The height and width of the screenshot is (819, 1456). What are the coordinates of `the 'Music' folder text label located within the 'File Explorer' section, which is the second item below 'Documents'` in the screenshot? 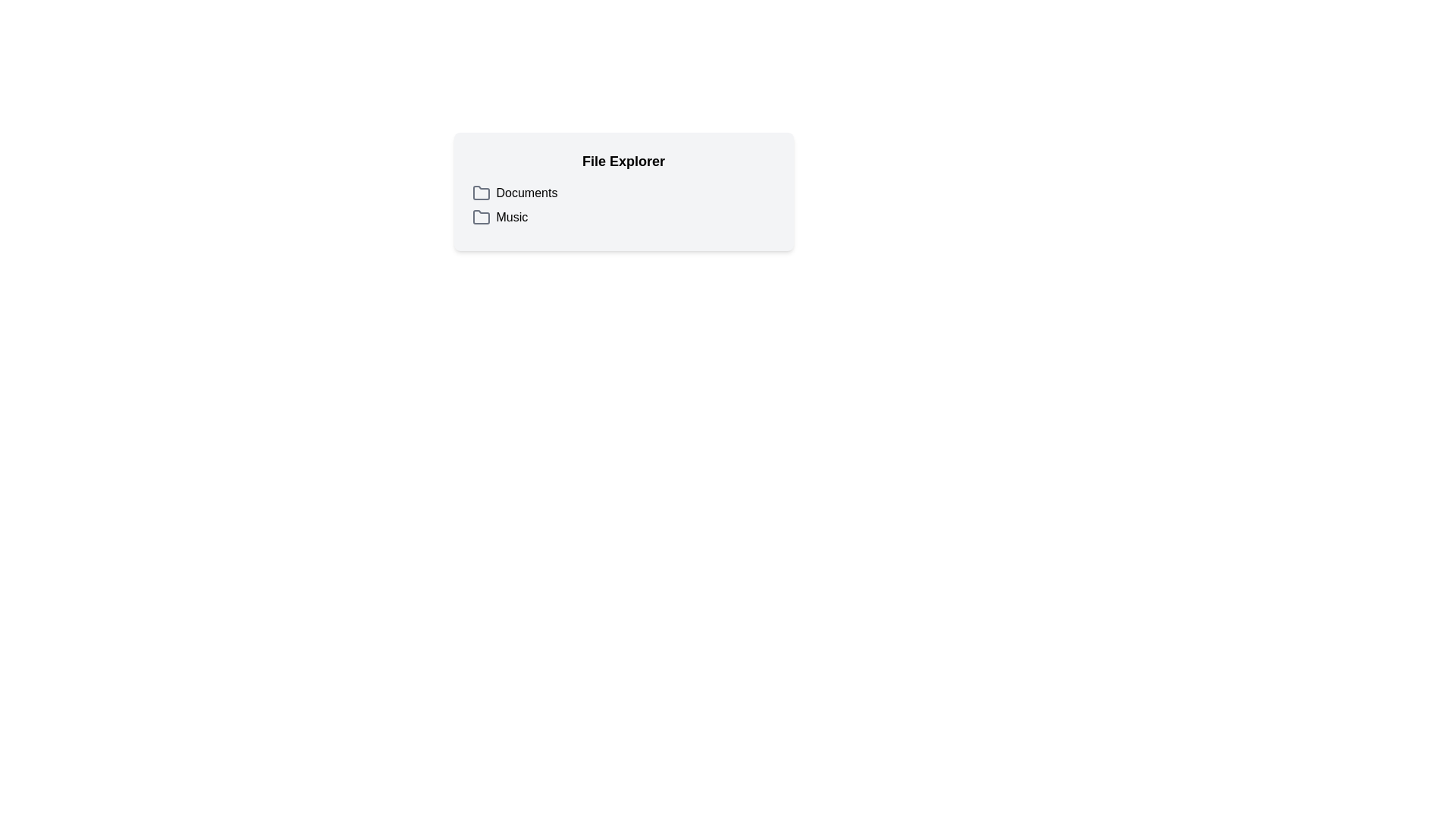 It's located at (512, 217).